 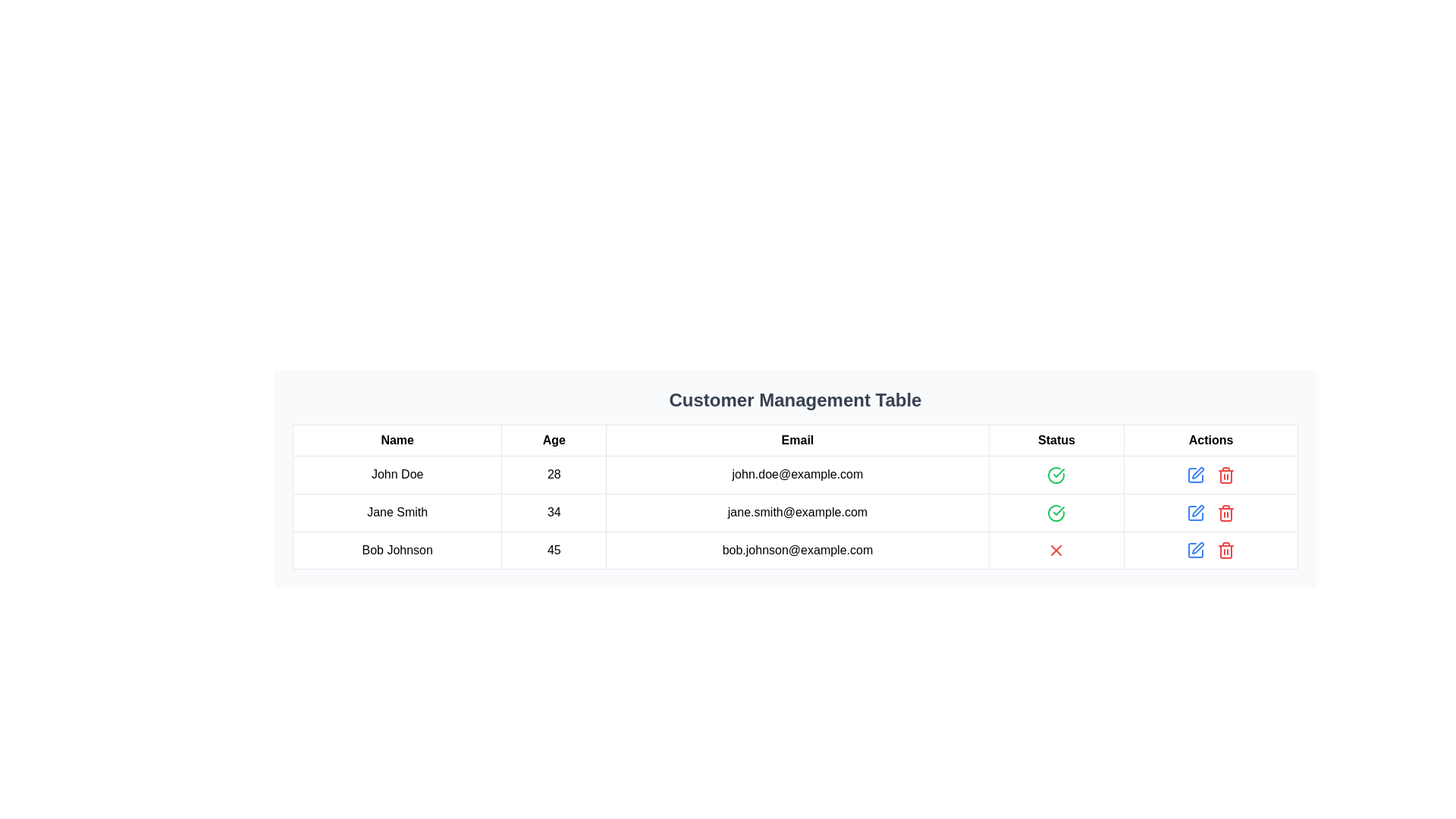 What do you see at coordinates (1210, 441) in the screenshot?
I see `the Table Header Cell labeled 'Actions', which is the rightmost column header in the table` at bounding box center [1210, 441].